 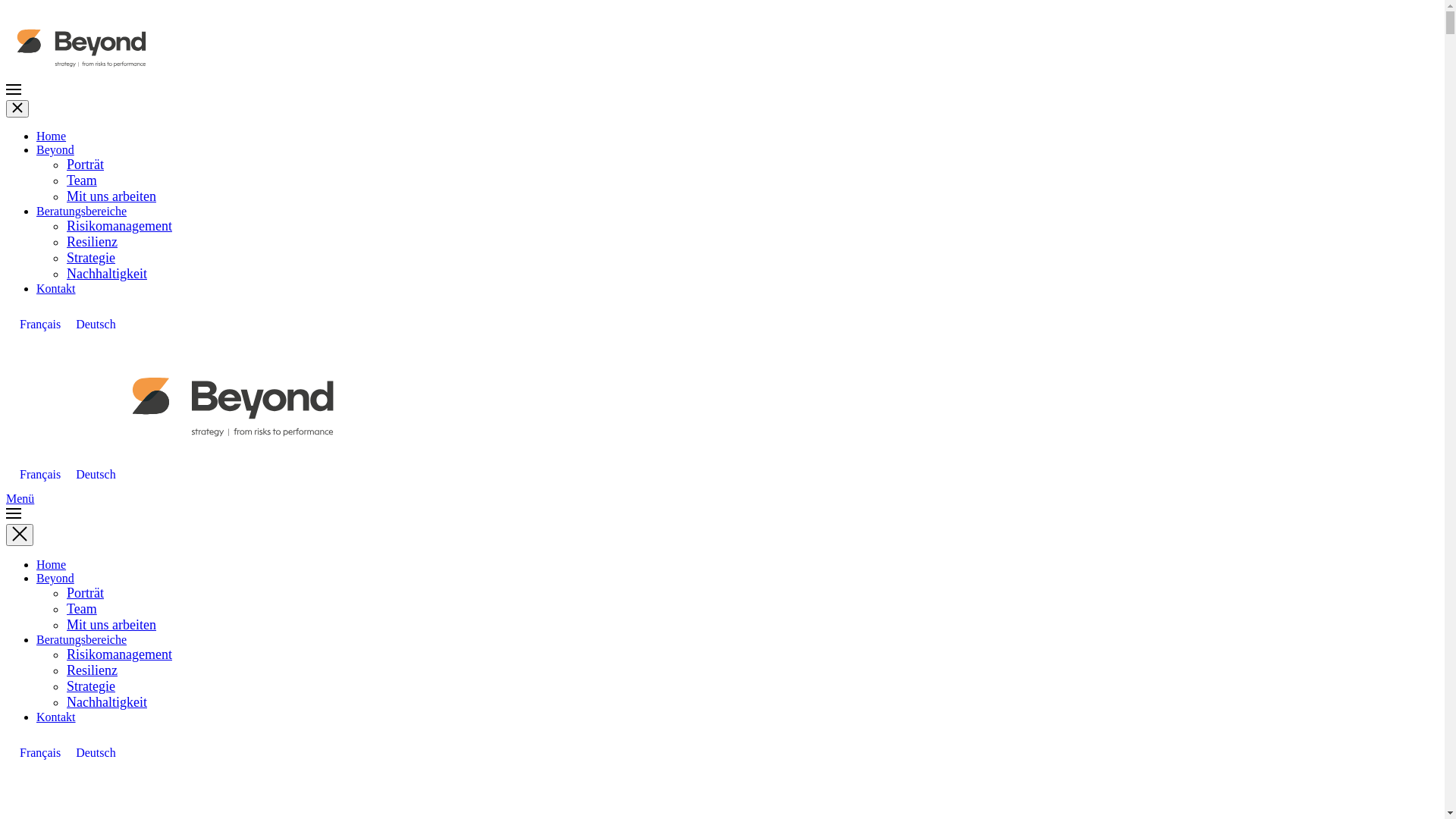 I want to click on 'Kontakt', so click(x=55, y=717).